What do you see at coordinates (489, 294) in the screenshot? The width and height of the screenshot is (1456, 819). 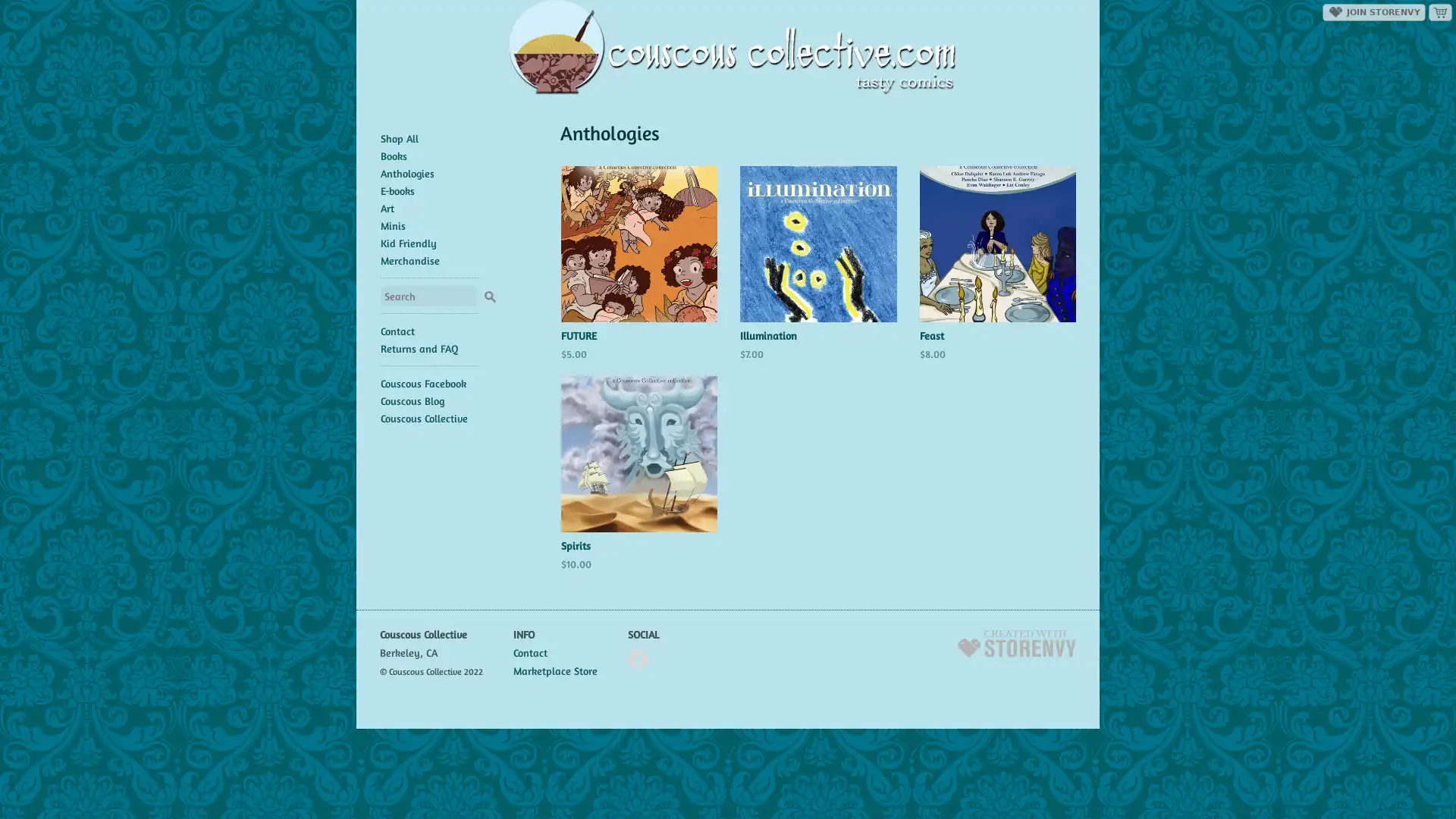 I see `Search` at bounding box center [489, 294].